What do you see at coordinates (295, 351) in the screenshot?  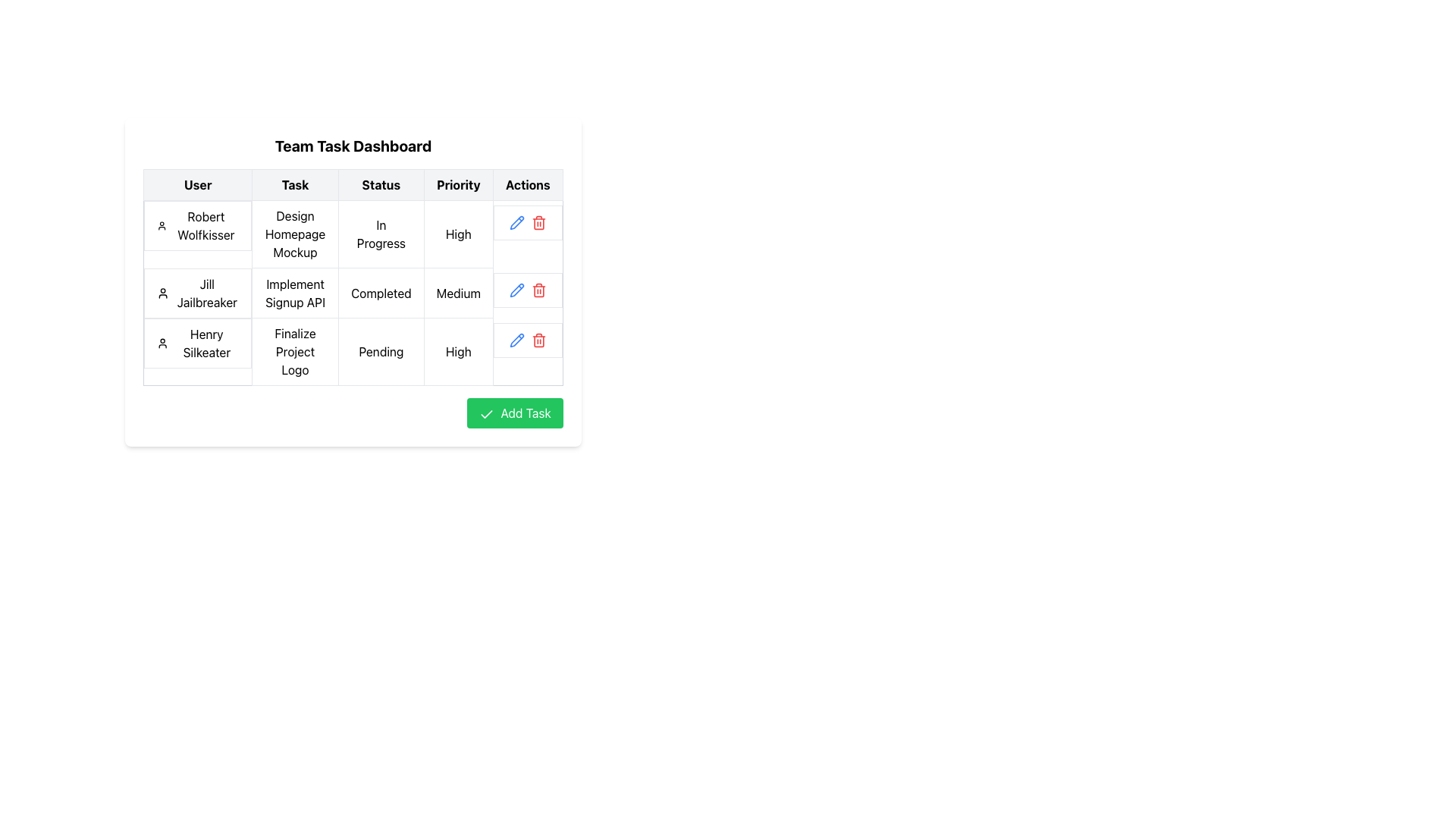 I see `the Static Text Label displaying 'Finalize Project Logo' in the third row of the 'Task' column for user 'Henry Silkeater'` at bounding box center [295, 351].